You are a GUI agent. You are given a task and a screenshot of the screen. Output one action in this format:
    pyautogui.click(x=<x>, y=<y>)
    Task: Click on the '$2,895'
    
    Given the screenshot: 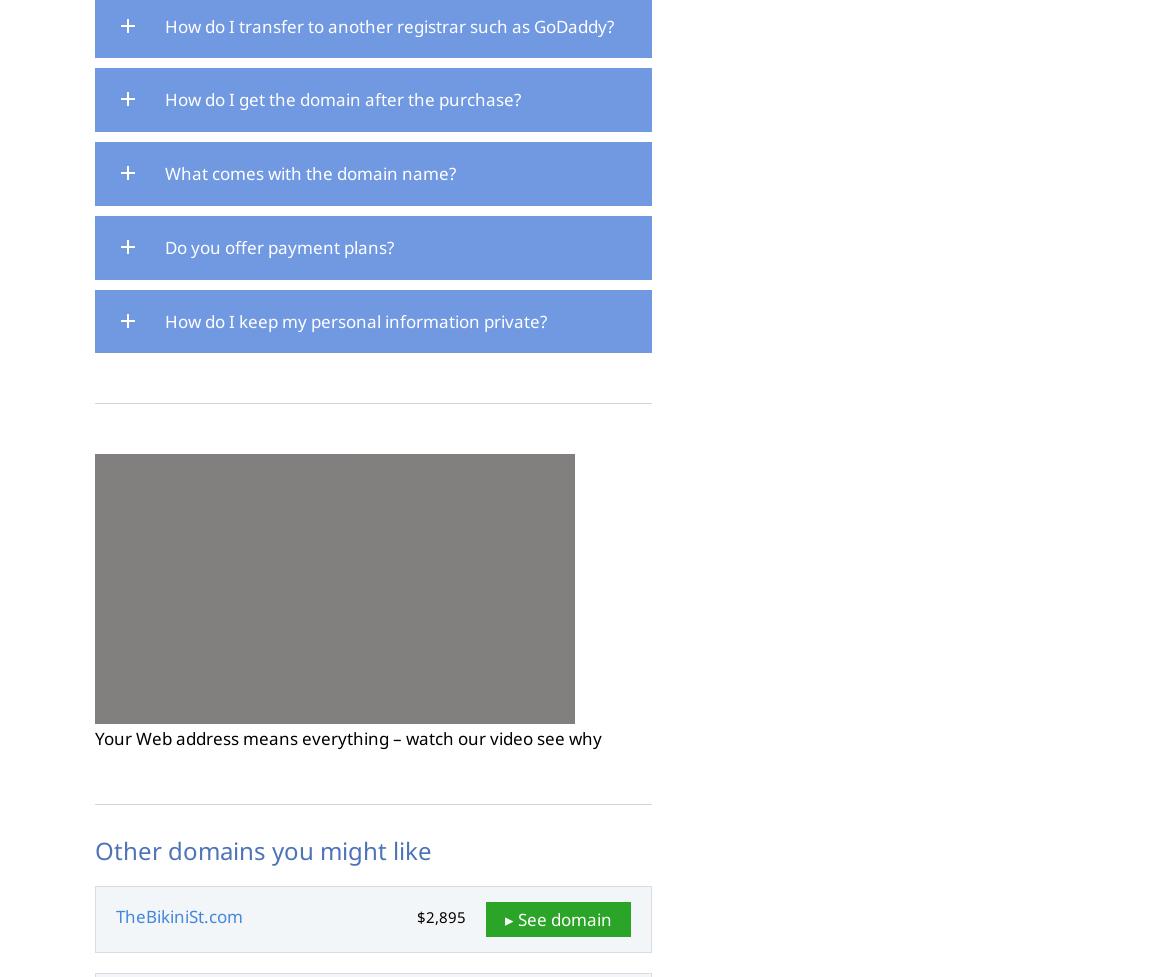 What is the action you would take?
    pyautogui.click(x=441, y=916)
    